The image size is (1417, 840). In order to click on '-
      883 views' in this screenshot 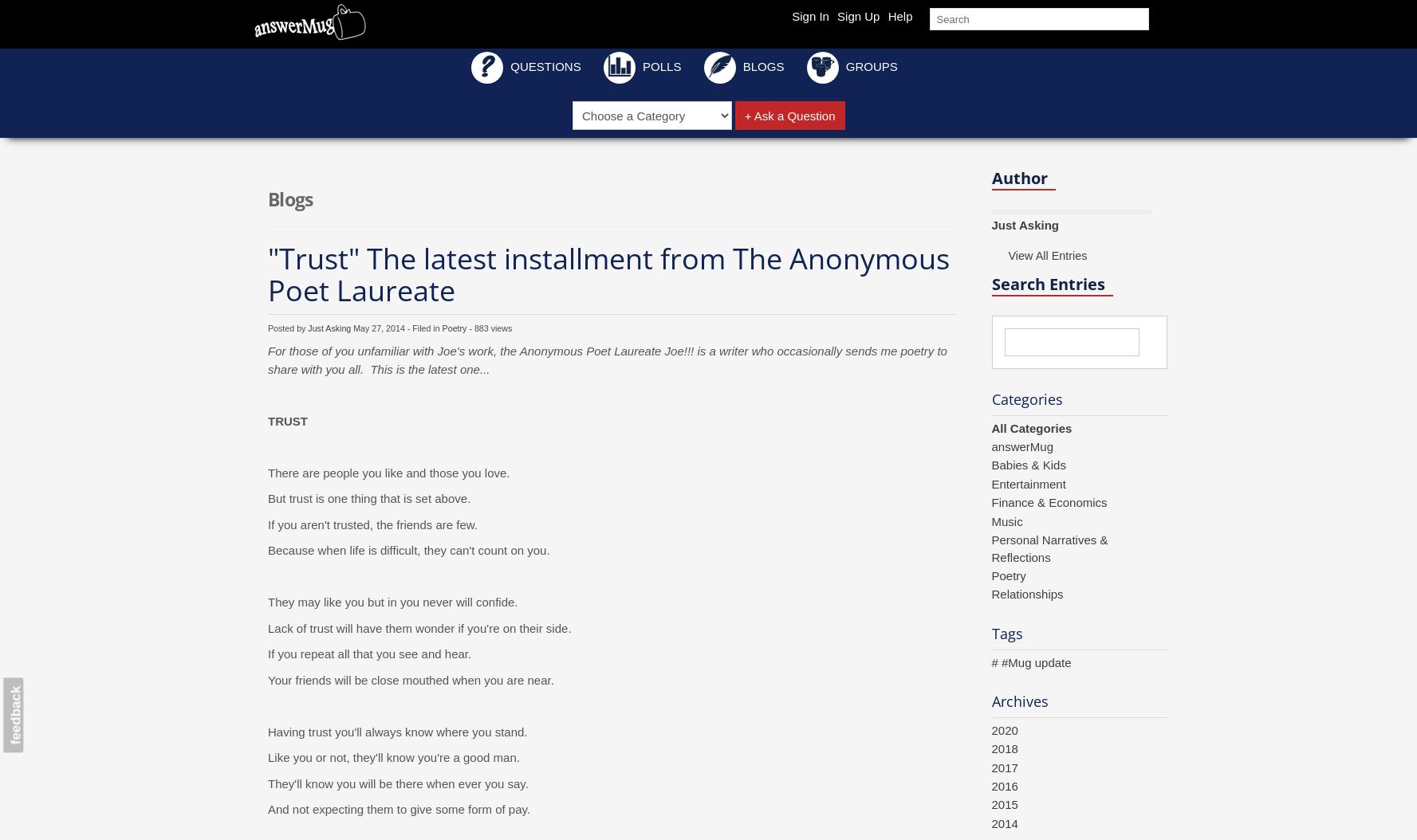, I will do `click(465, 328)`.